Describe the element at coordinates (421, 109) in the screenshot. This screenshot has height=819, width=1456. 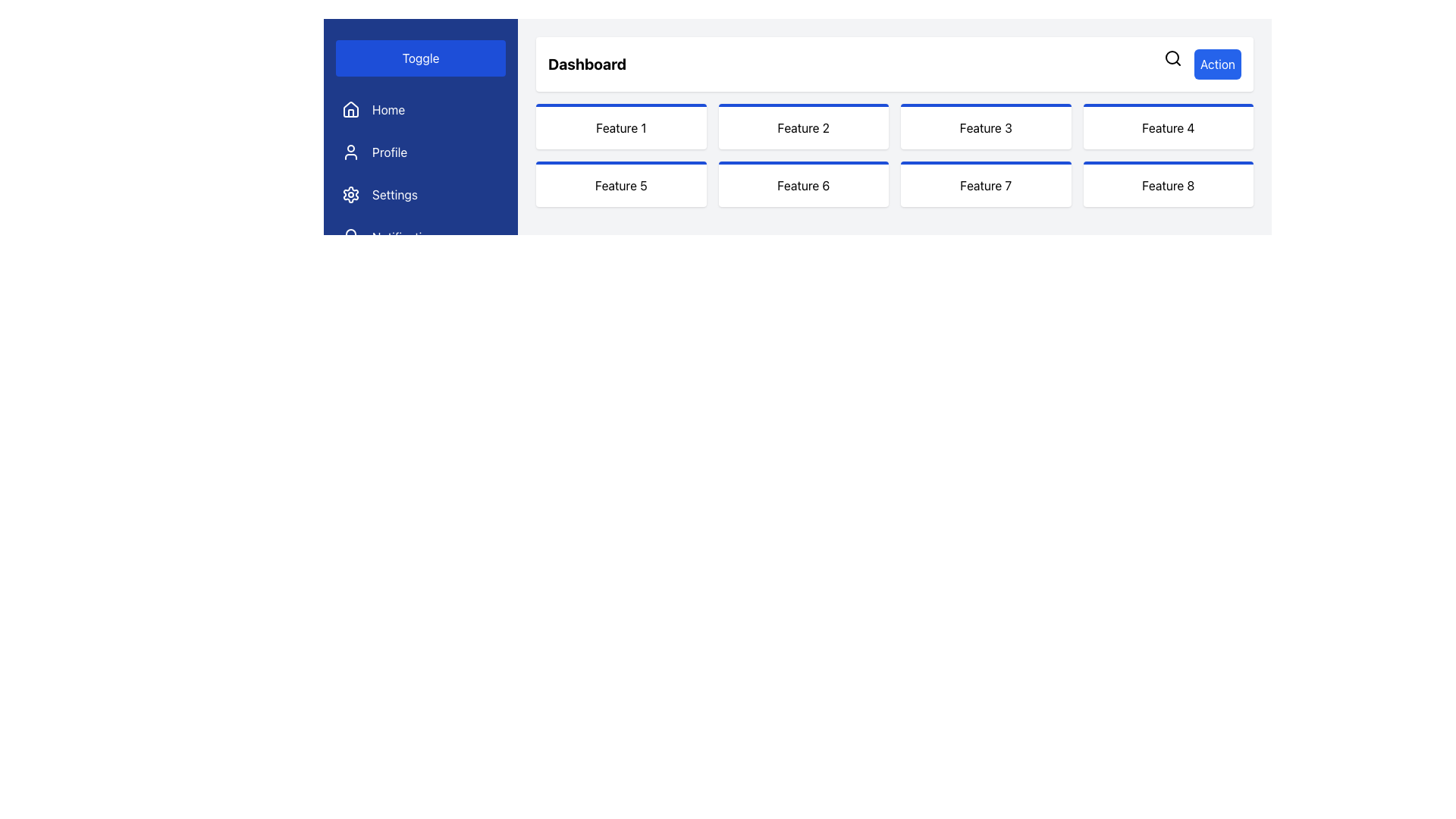
I see `the first button in the vertically arranged menu, located below the 'Toggle' button` at that location.